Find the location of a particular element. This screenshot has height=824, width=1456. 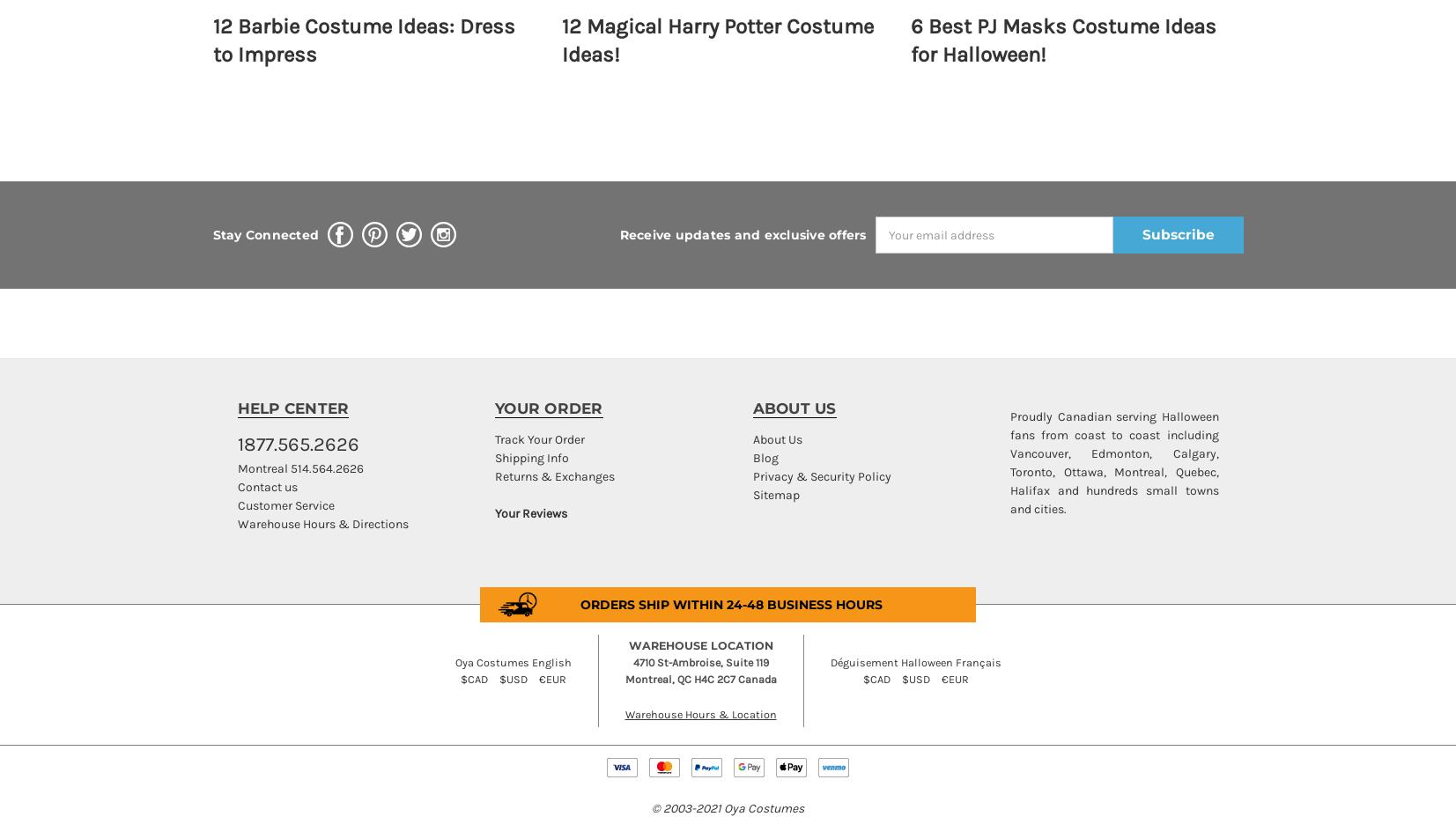

'6 Best PJ Masks Costume Ideas for Halloween!' is located at coordinates (909, 40).